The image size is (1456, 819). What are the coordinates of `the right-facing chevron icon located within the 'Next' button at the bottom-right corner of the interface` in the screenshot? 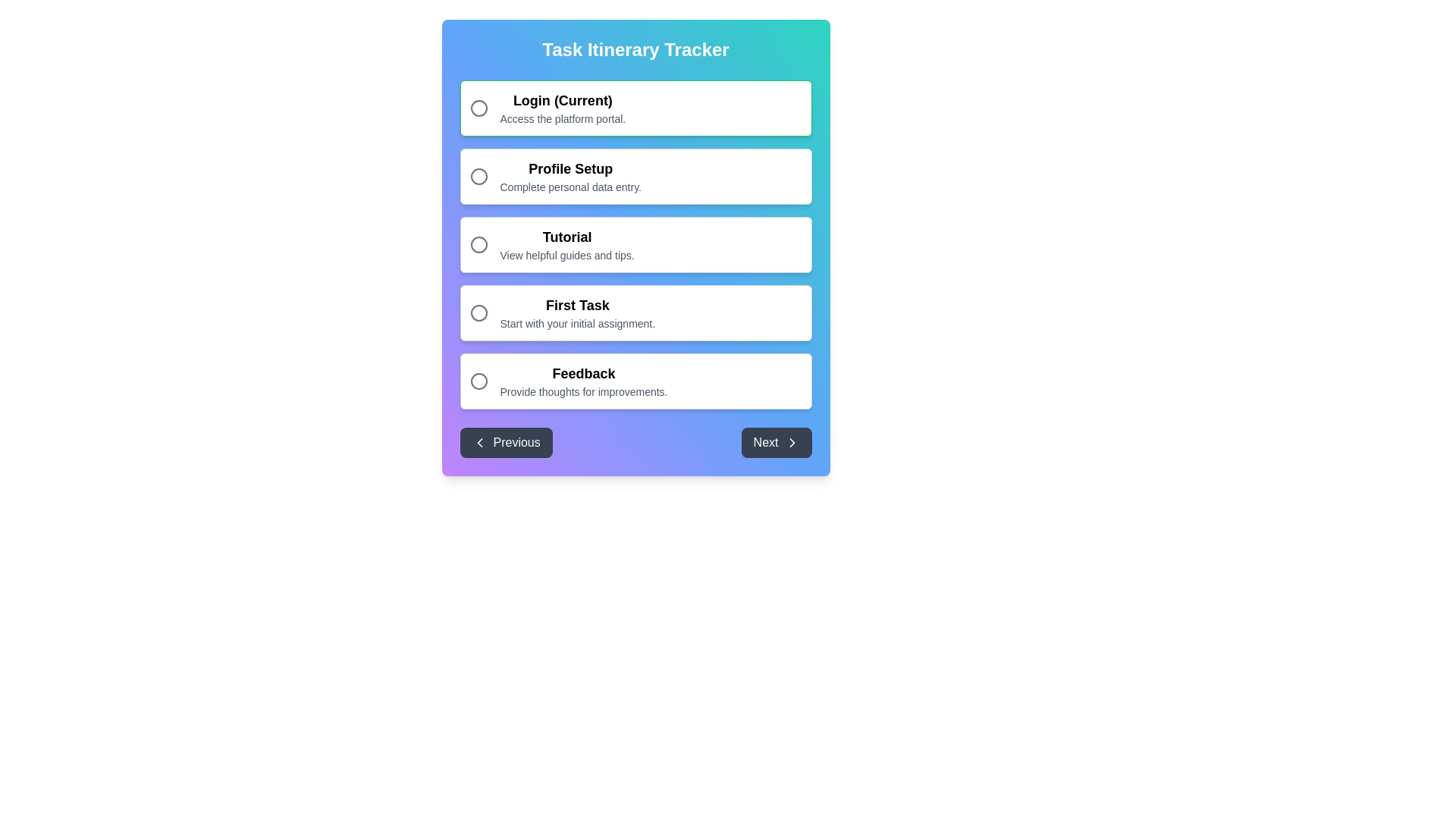 It's located at (791, 442).